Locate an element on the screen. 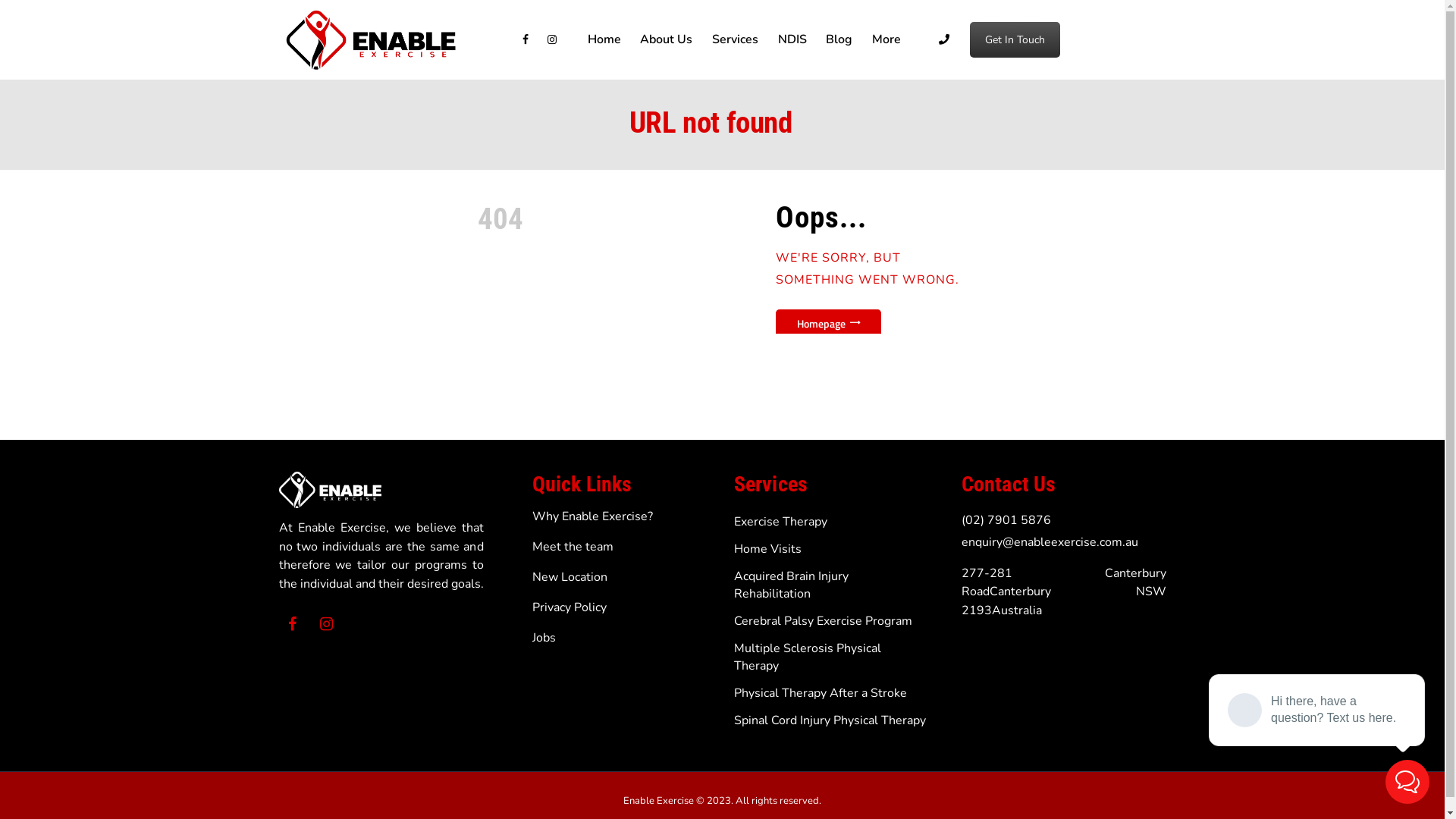  'Get In Touch' is located at coordinates (1015, 39).